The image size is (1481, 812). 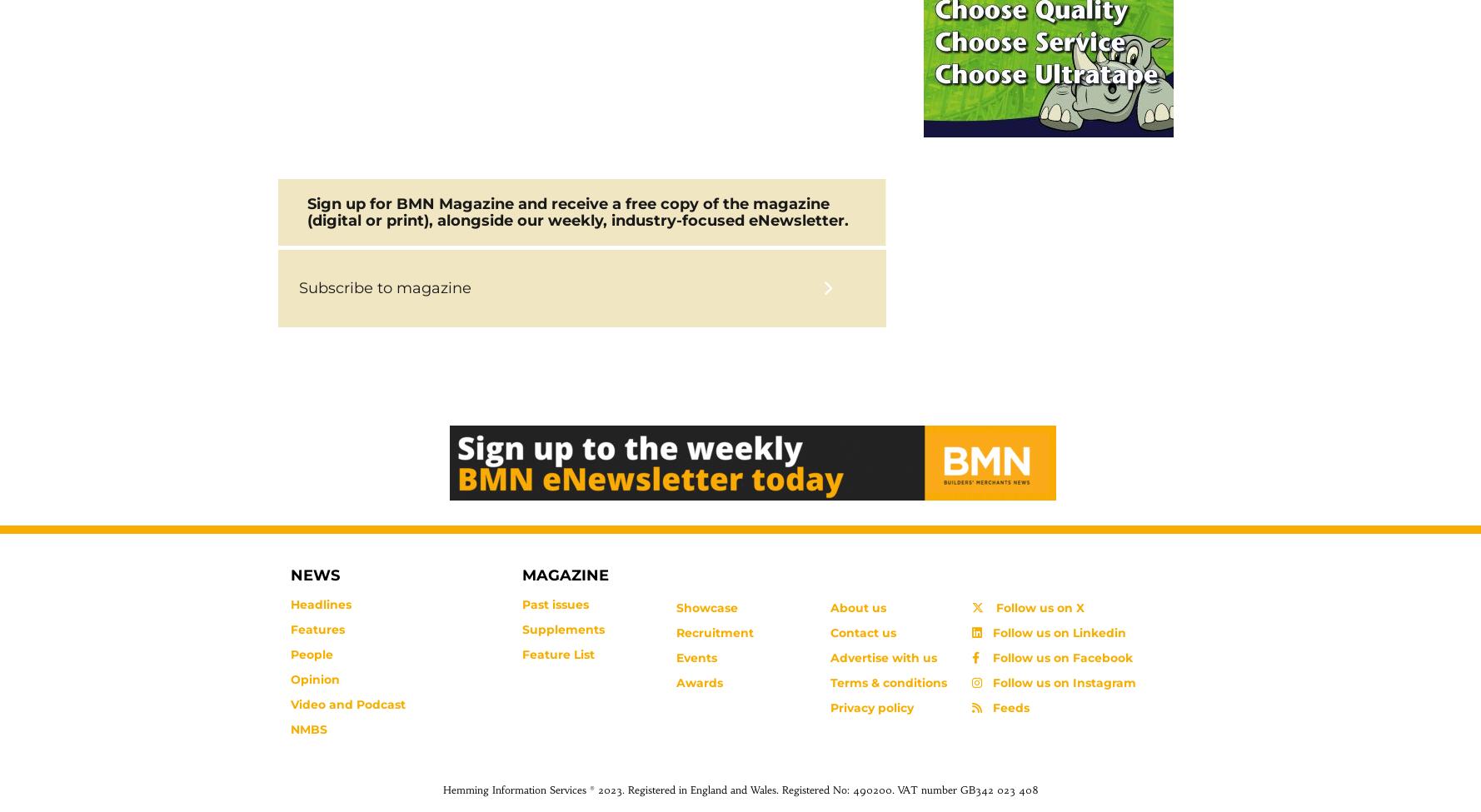 What do you see at coordinates (314, 679) in the screenshot?
I see `'Opinion'` at bounding box center [314, 679].